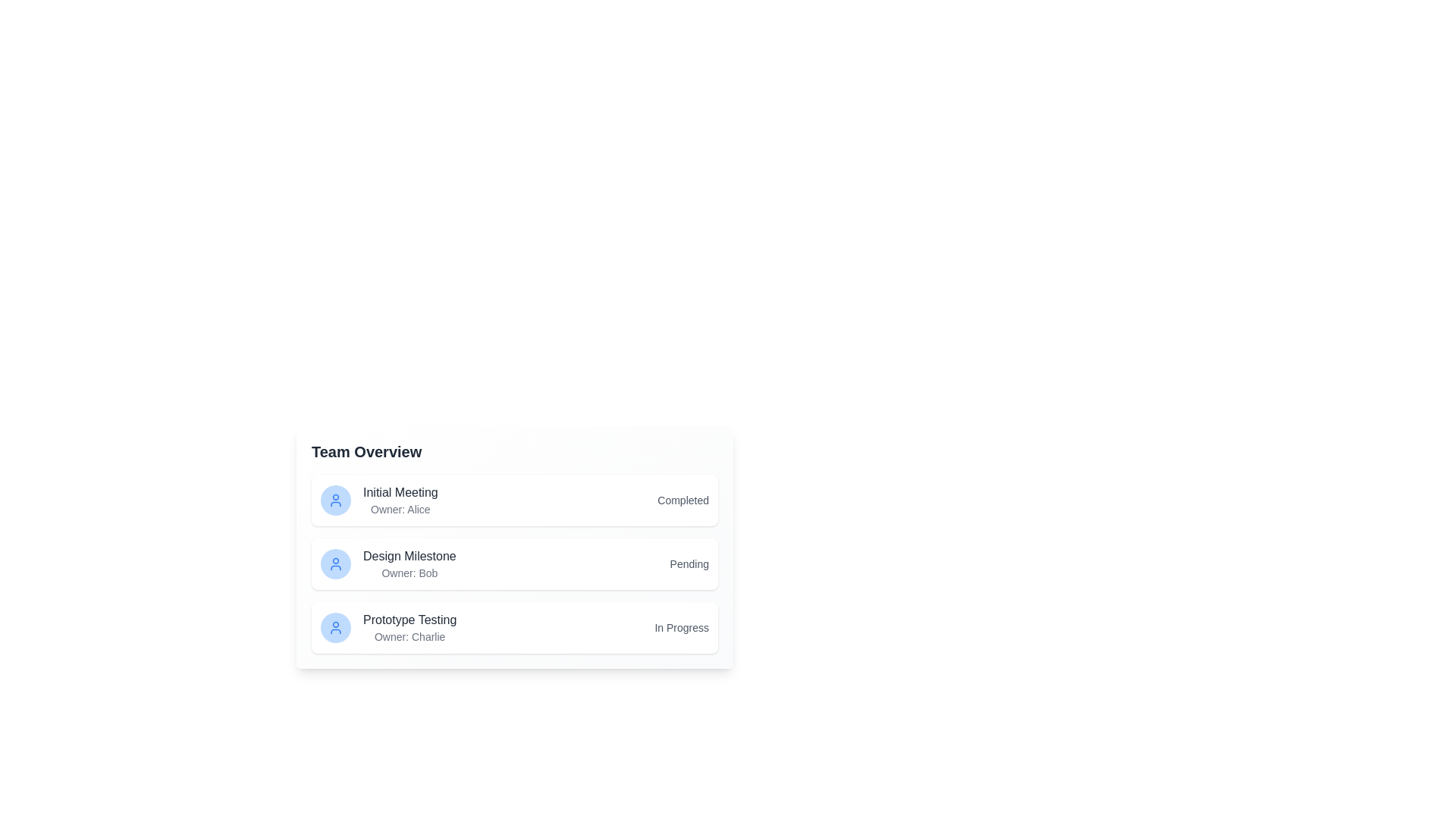  I want to click on the text label displaying 'Pending' in the bottom-right corner of the 'Design Milestone' card, so click(689, 564).